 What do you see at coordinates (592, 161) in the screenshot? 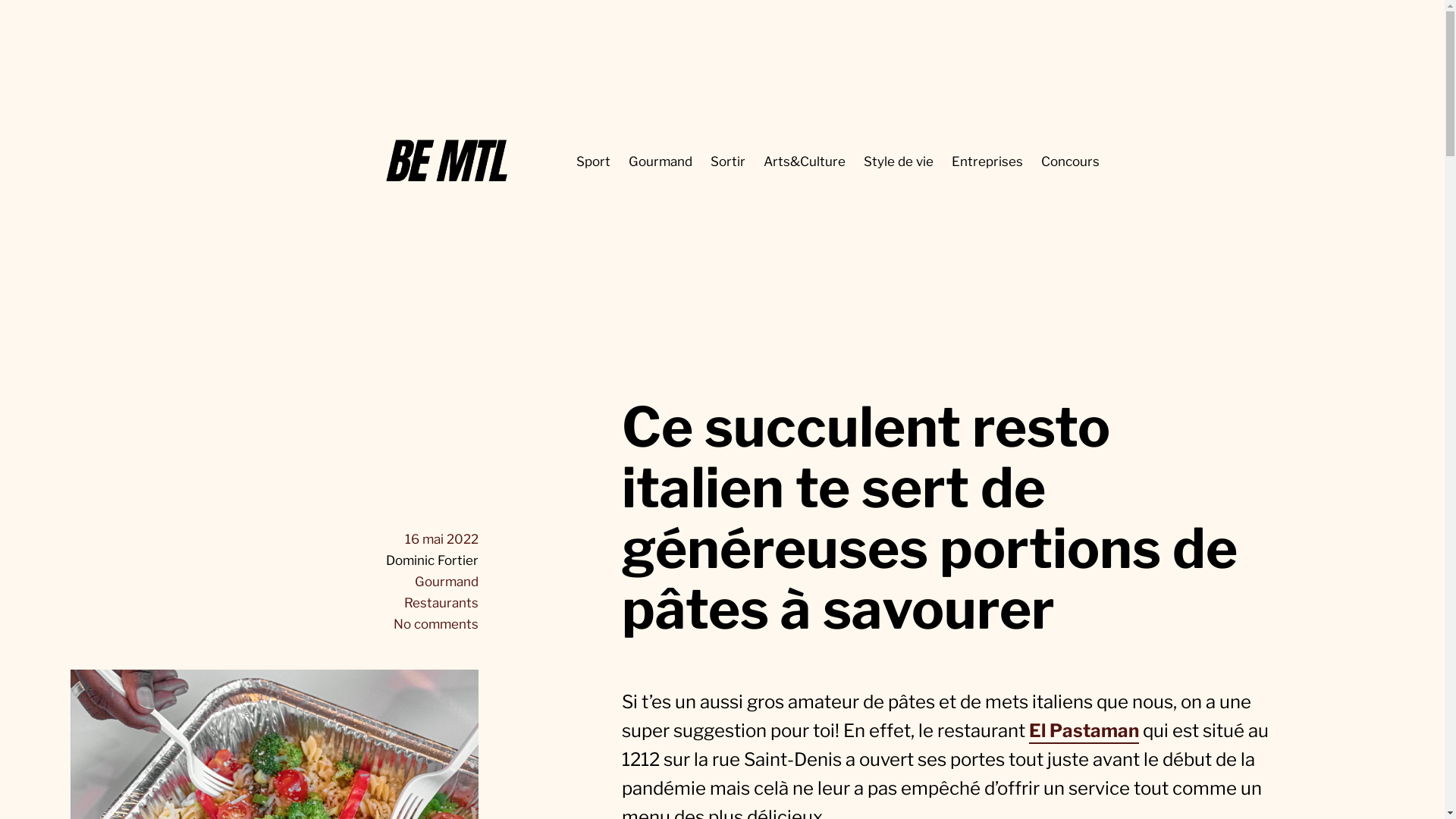
I see `'Sport'` at bounding box center [592, 161].